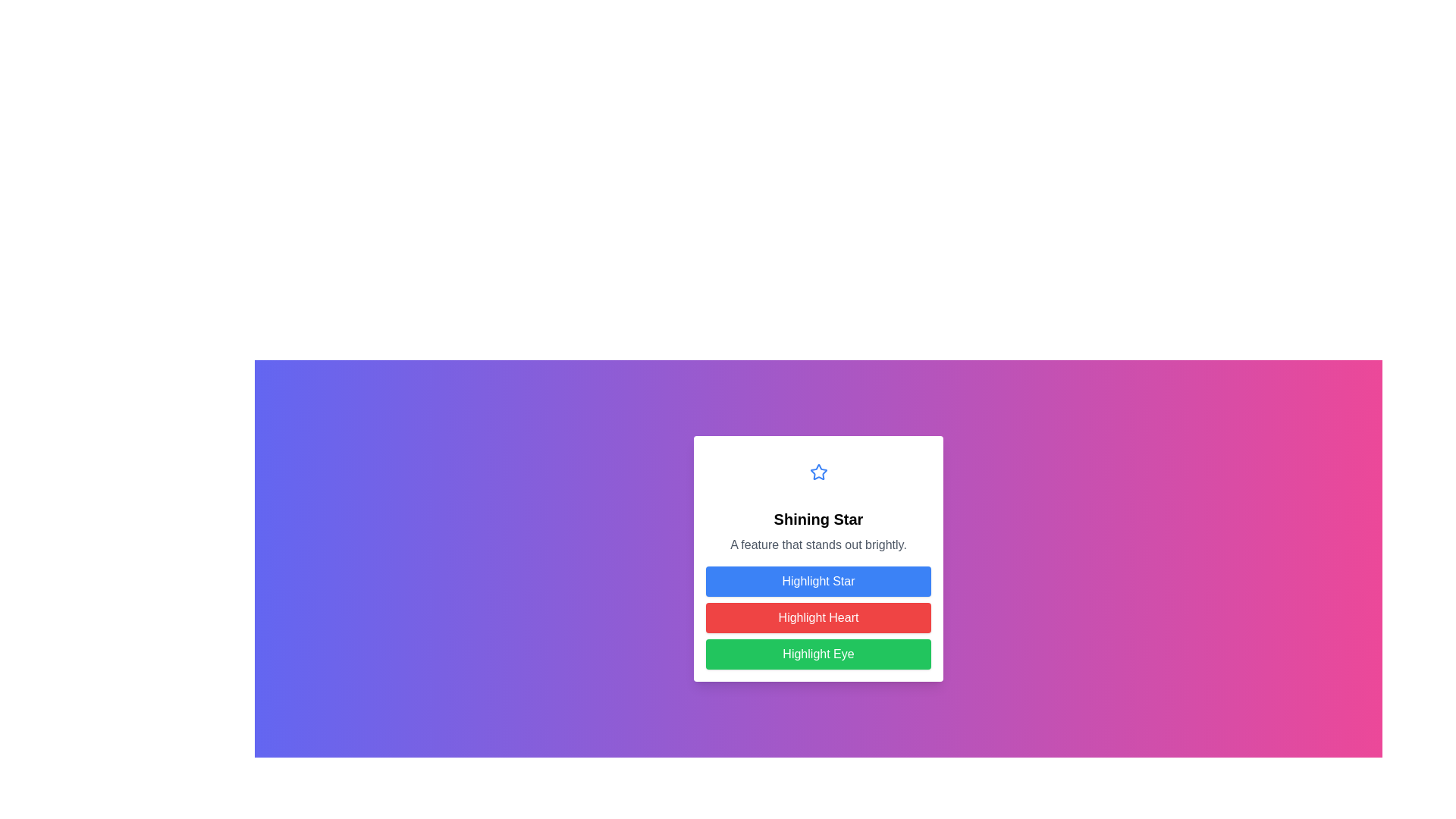  What do you see at coordinates (817, 470) in the screenshot?
I see `the 'Shining Star' icon located above the title text to associate it with the context of the title` at bounding box center [817, 470].